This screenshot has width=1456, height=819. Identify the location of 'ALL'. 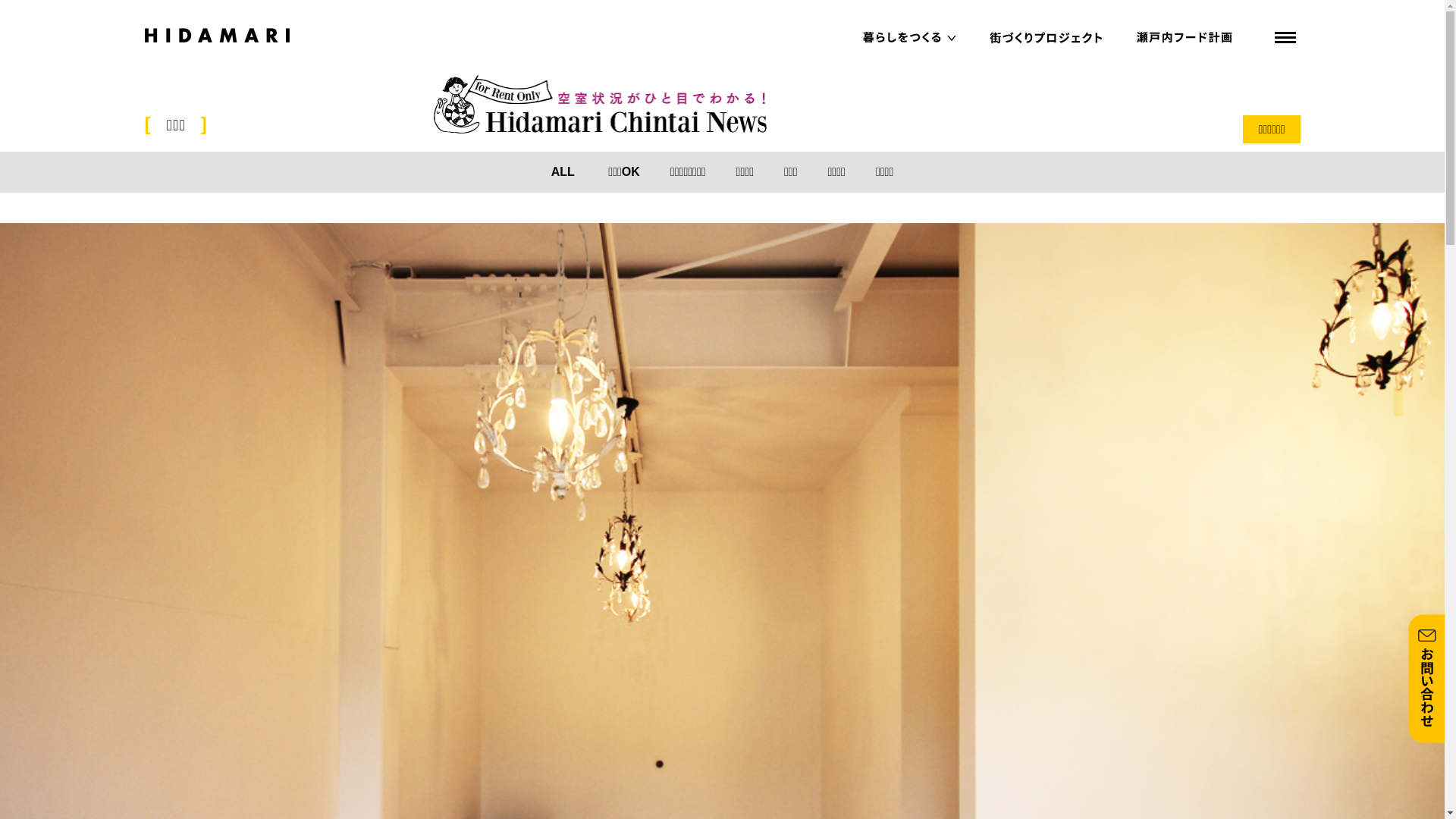
(562, 171).